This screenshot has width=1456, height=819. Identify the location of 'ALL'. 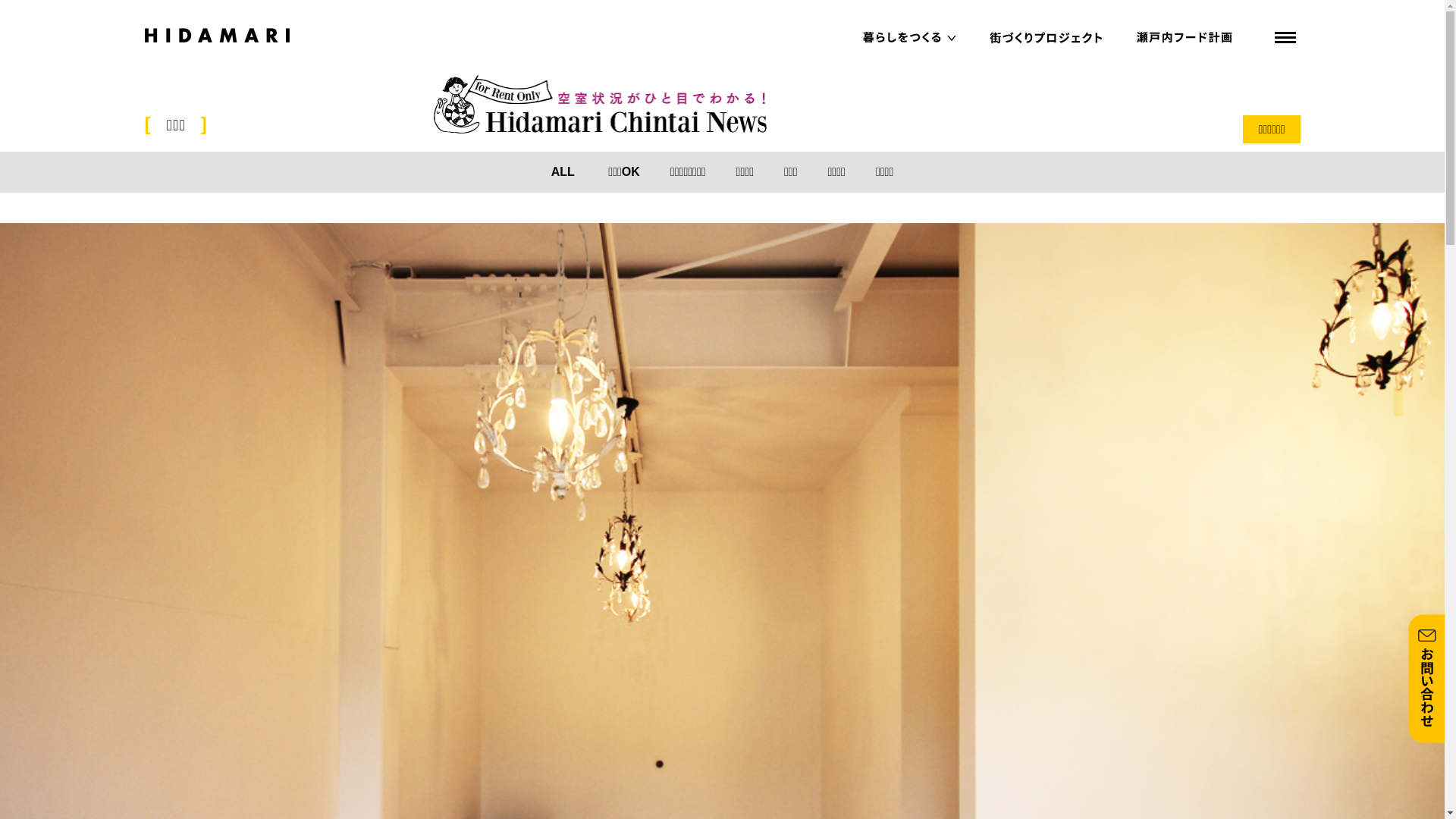
(562, 171).